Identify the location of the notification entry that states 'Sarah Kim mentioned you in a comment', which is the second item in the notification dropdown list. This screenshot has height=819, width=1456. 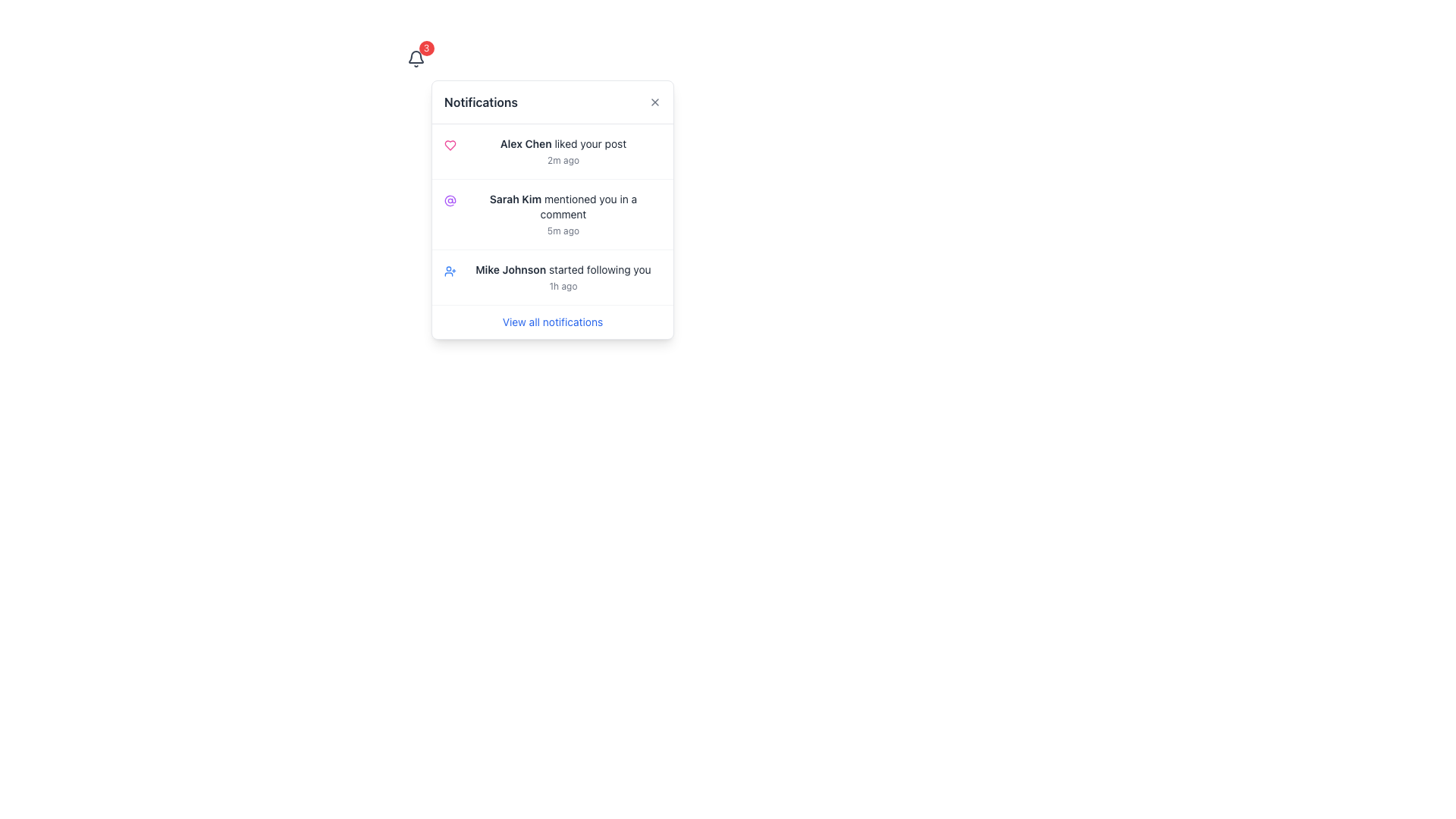
(563, 214).